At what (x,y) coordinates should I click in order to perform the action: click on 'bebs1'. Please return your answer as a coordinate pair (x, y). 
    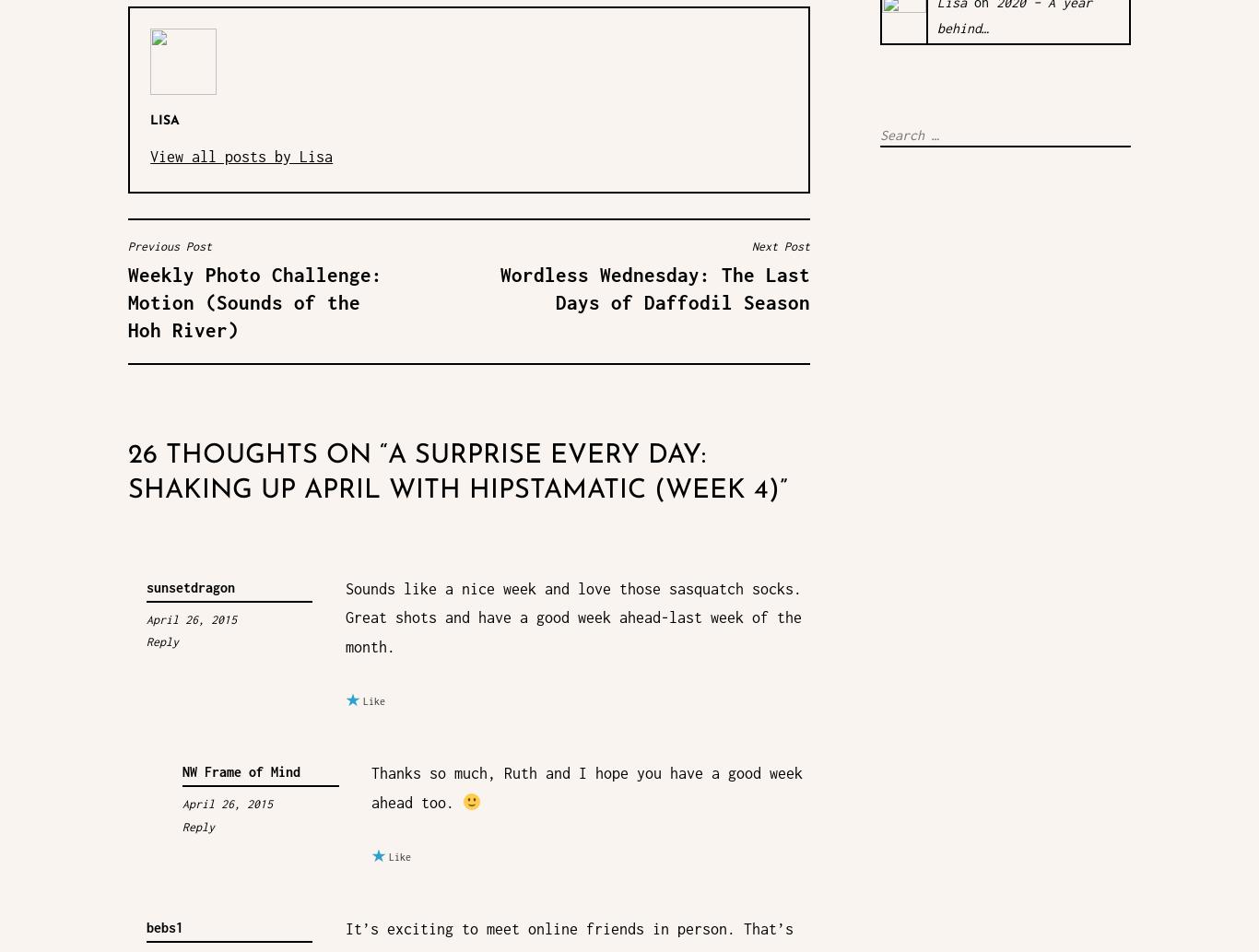
    Looking at the image, I should click on (163, 926).